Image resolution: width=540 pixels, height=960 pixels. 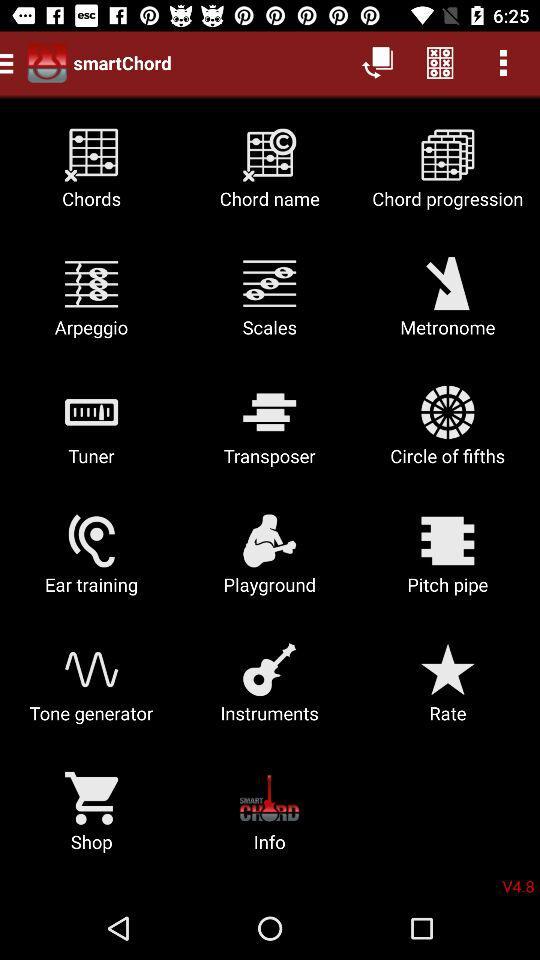 What do you see at coordinates (269, 174) in the screenshot?
I see `item to the right of chords icon` at bounding box center [269, 174].